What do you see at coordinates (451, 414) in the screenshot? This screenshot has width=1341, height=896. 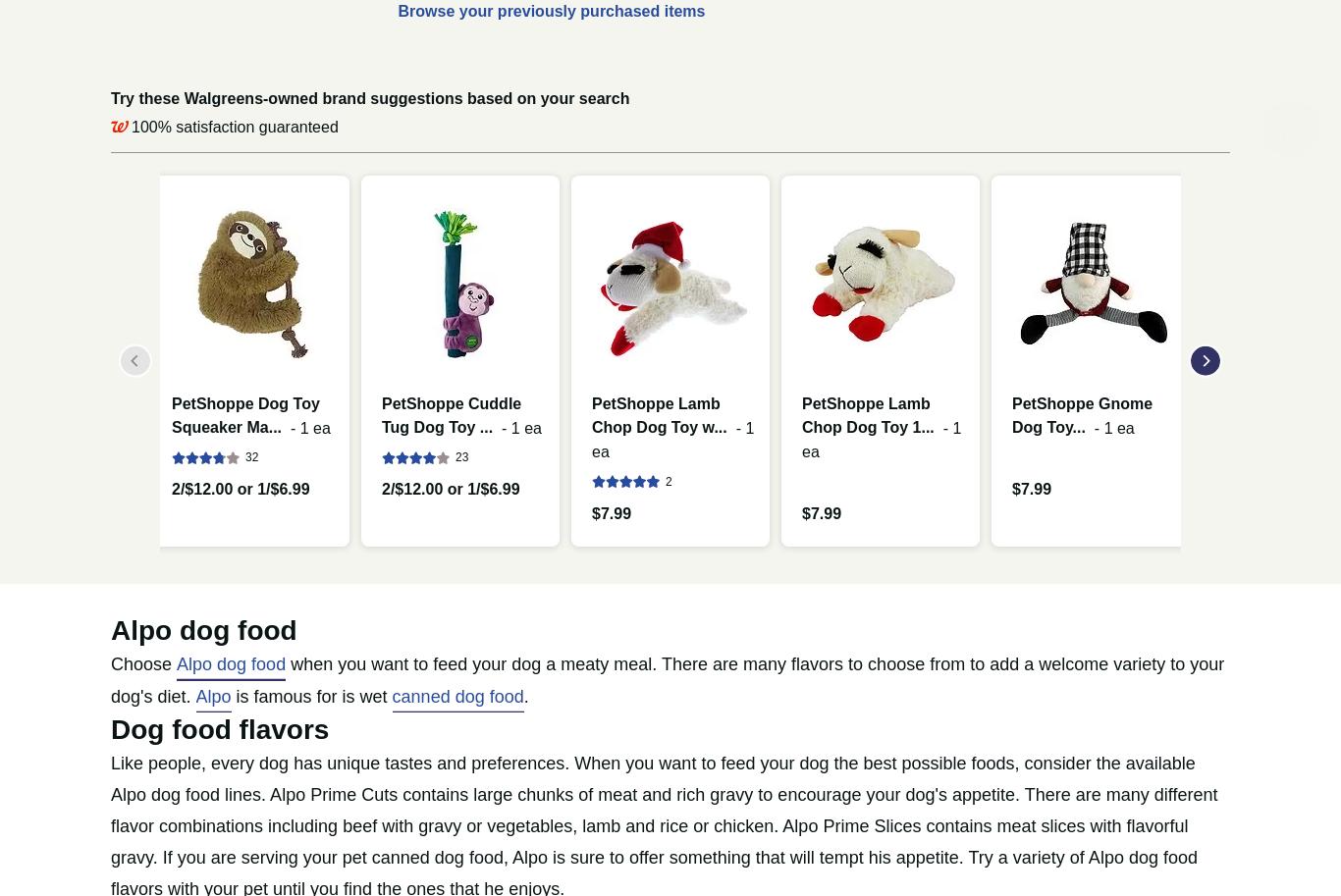 I see `'PetShoppe Cuddle Tug Dog Toy ...'` at bounding box center [451, 414].